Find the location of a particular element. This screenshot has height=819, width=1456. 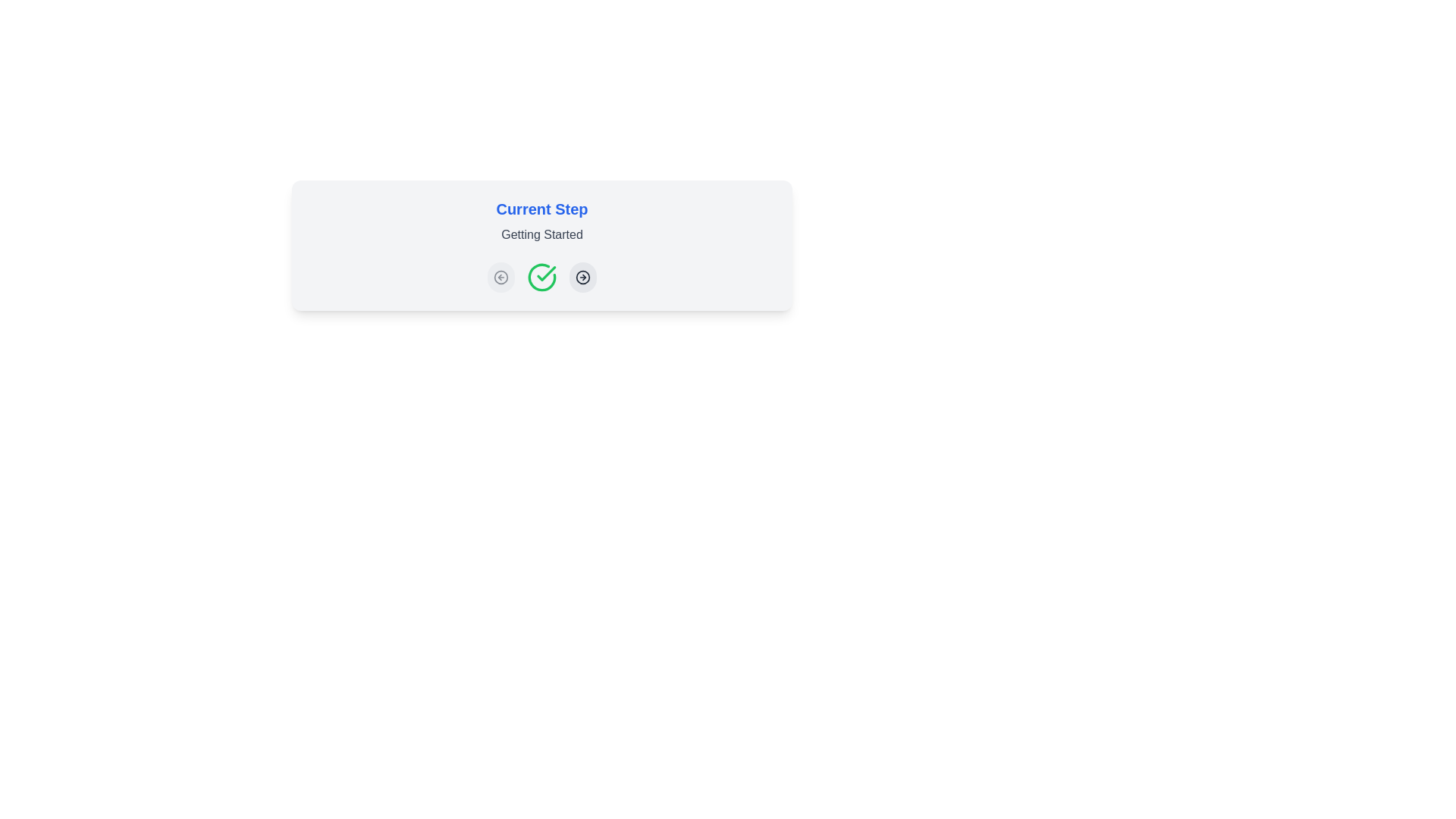

text content of the Heading with a subtitle element that displays 'Current Step' in bold blue and 'Getting Started' in regular gray is located at coordinates (542, 221).